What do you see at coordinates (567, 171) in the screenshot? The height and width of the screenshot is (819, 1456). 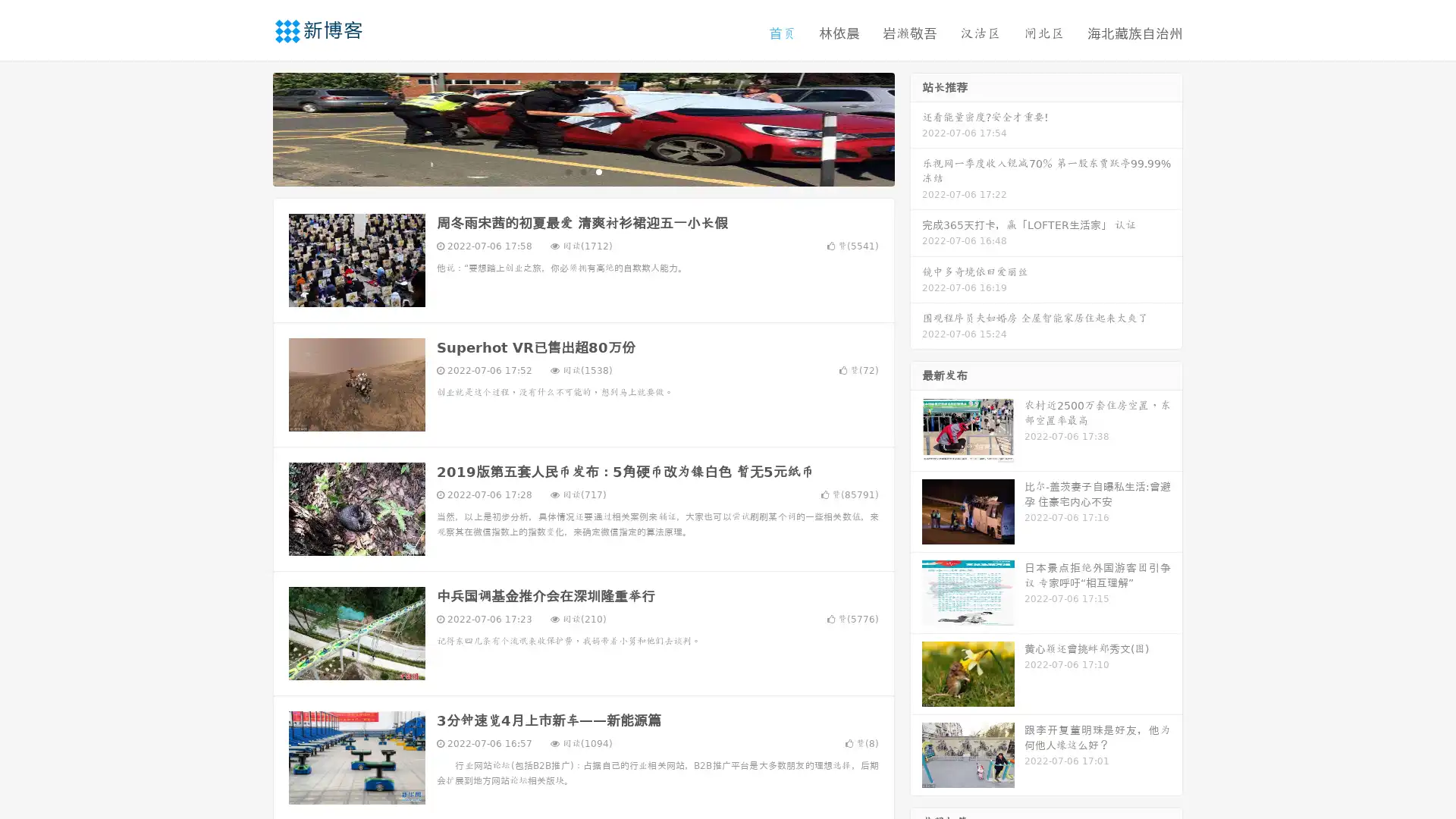 I see `Go to slide 1` at bounding box center [567, 171].